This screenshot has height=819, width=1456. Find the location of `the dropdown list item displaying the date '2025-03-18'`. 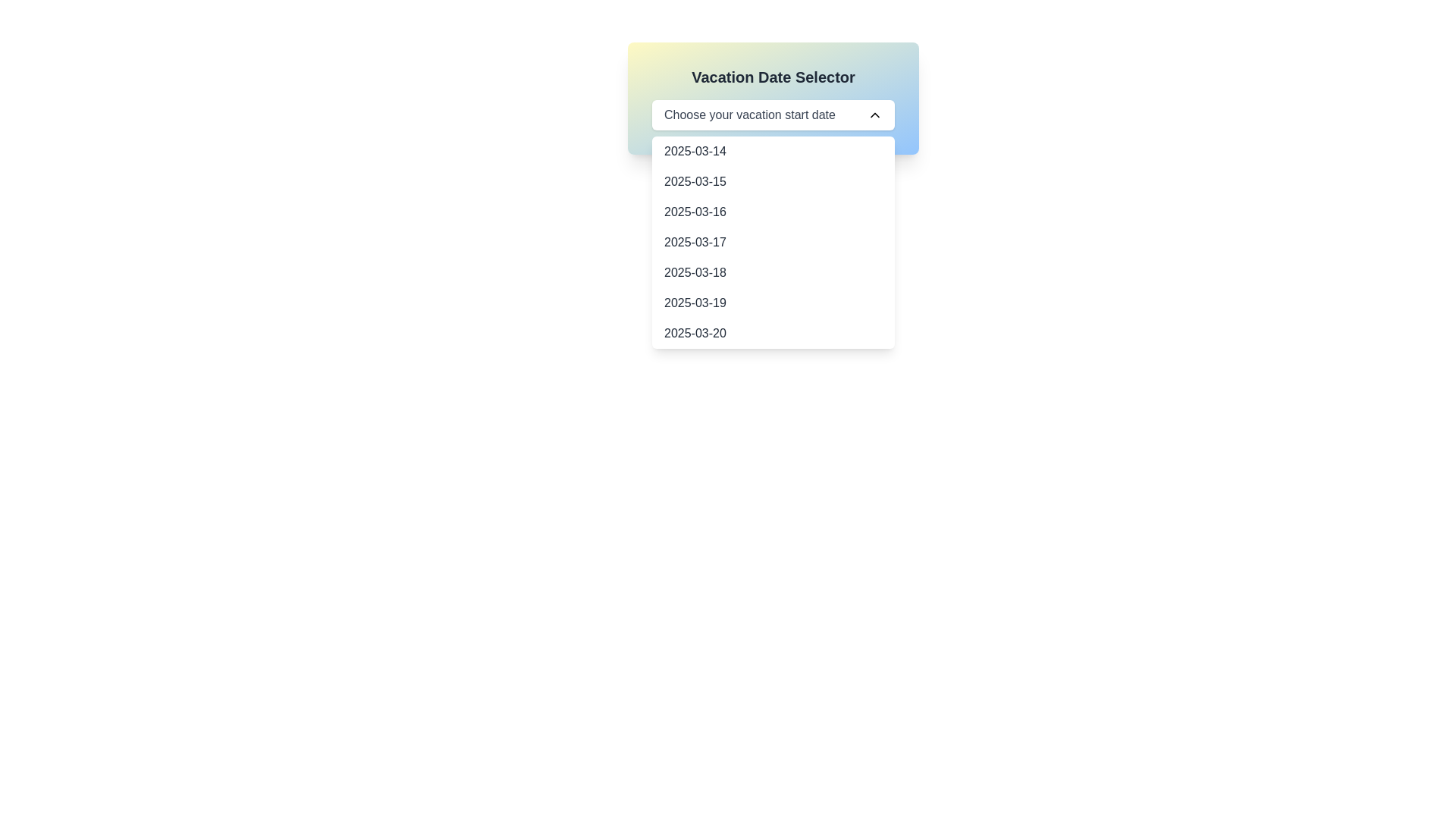

the dropdown list item displaying the date '2025-03-18' is located at coordinates (694, 271).